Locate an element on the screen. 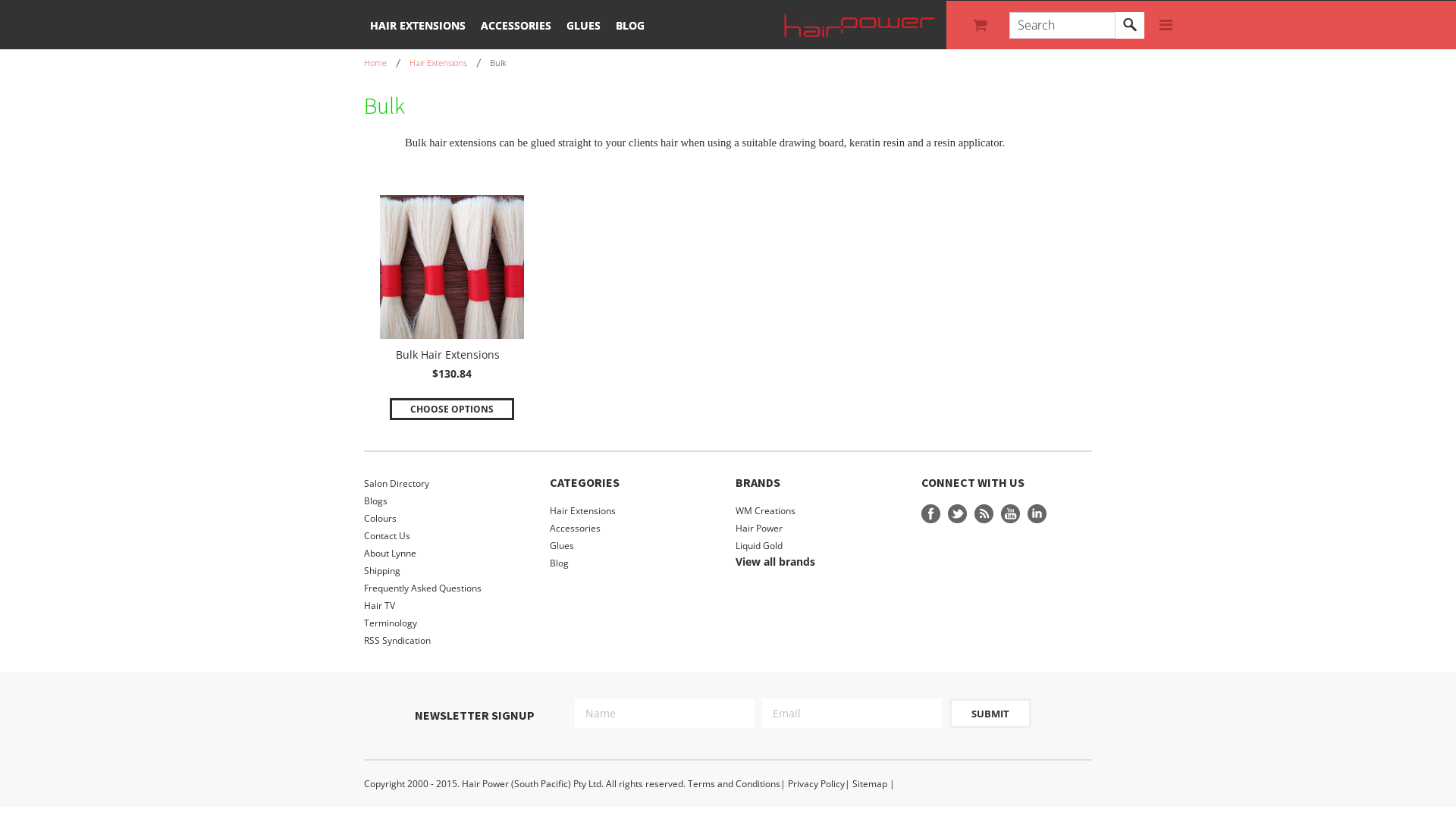 Image resolution: width=1456 pixels, height=819 pixels. 'ACCESSORIES' is located at coordinates (516, 24).